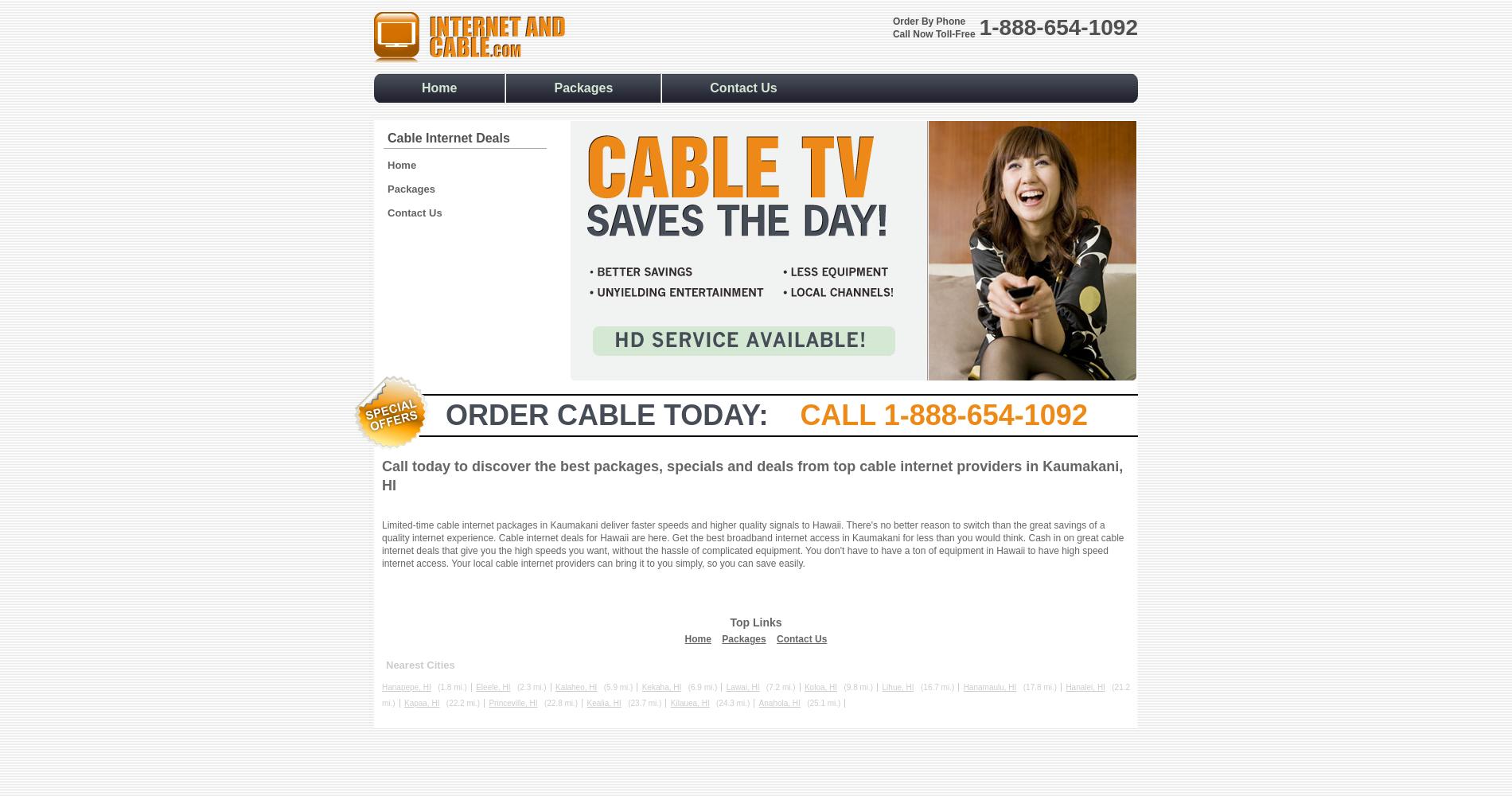 This screenshot has height=796, width=1512. Describe the element at coordinates (928, 21) in the screenshot. I see `'Order By Phone'` at that location.